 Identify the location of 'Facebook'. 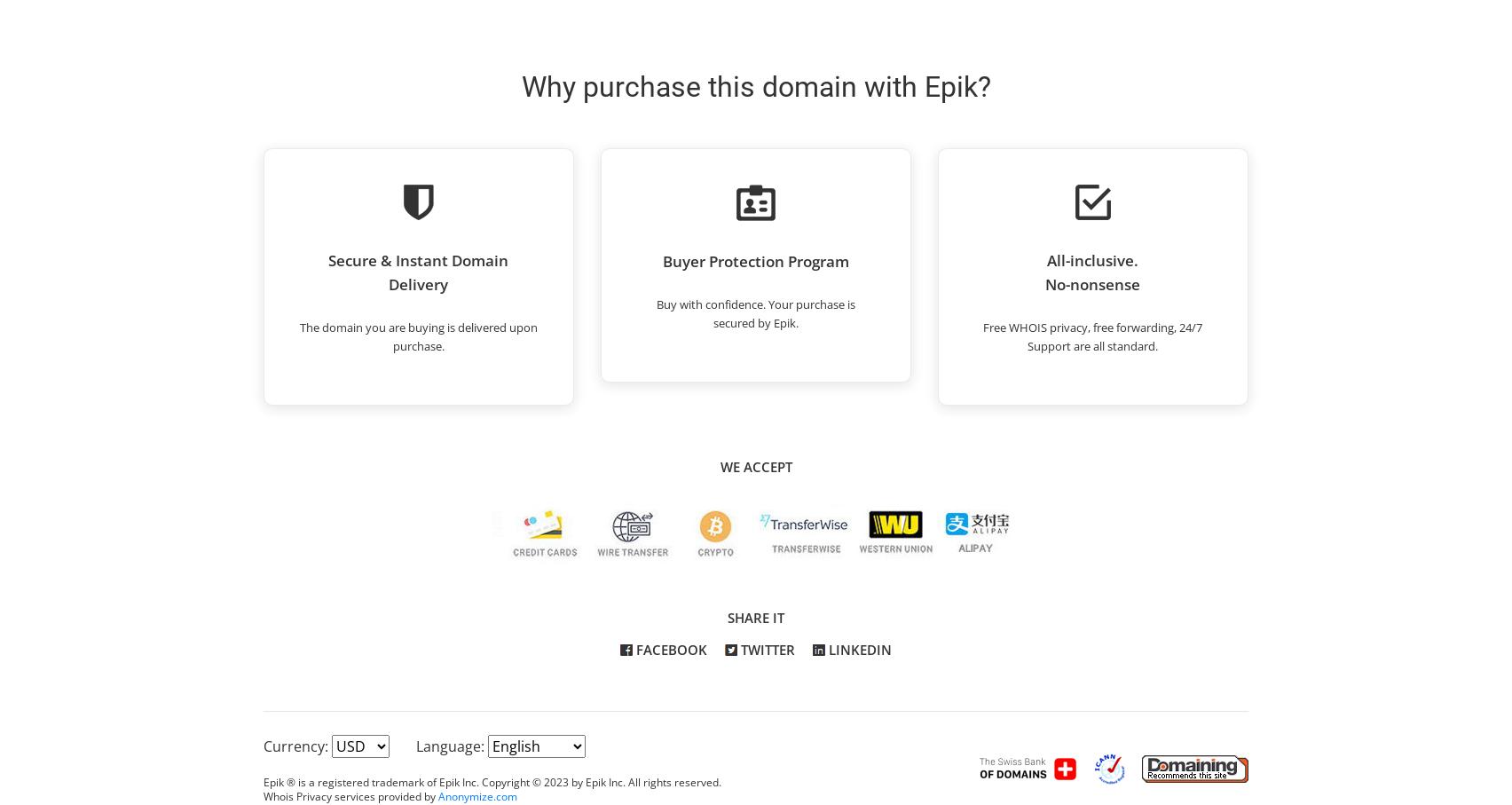
(669, 650).